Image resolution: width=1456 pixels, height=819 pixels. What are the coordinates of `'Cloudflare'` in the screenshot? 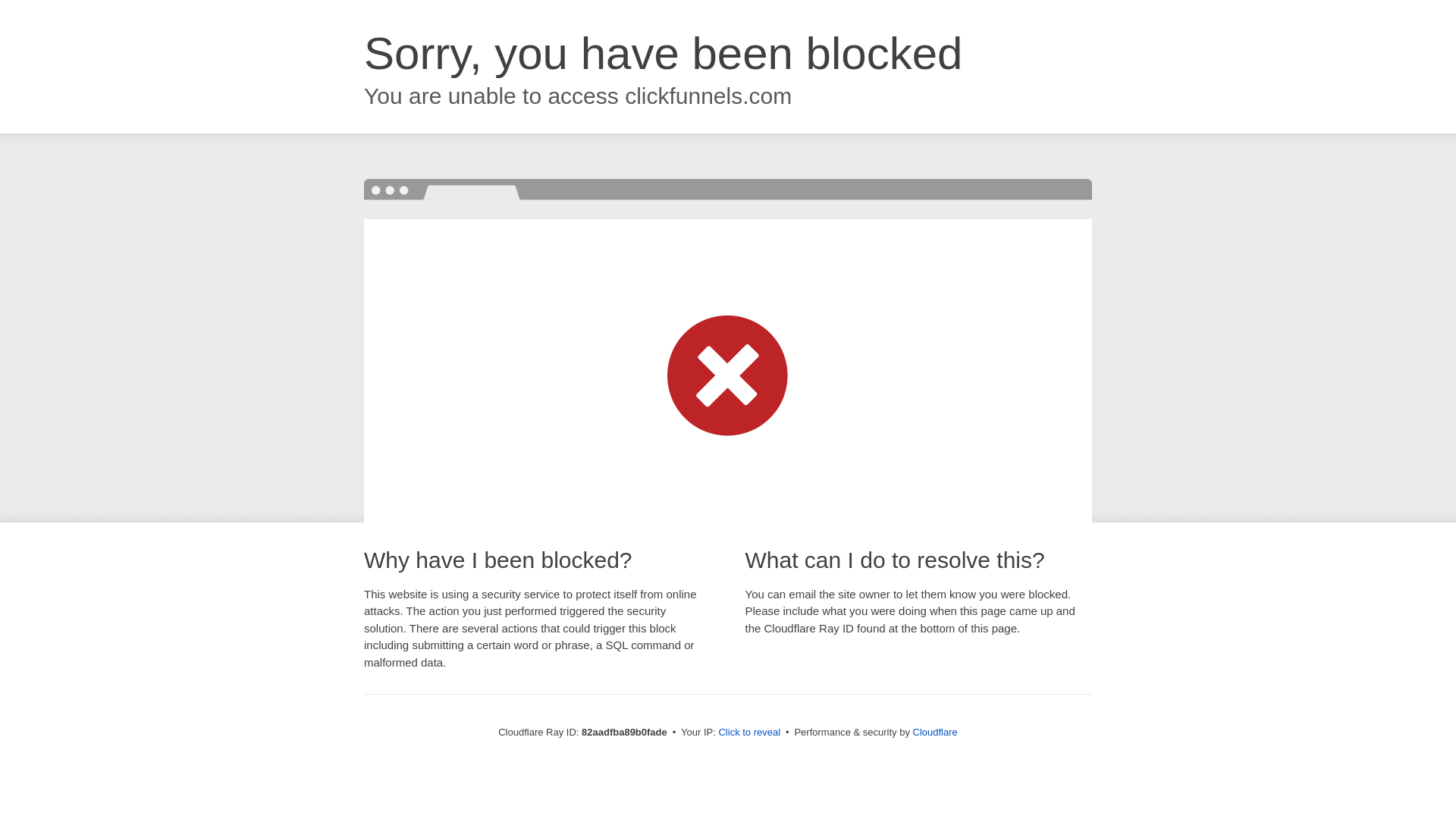 It's located at (912, 731).